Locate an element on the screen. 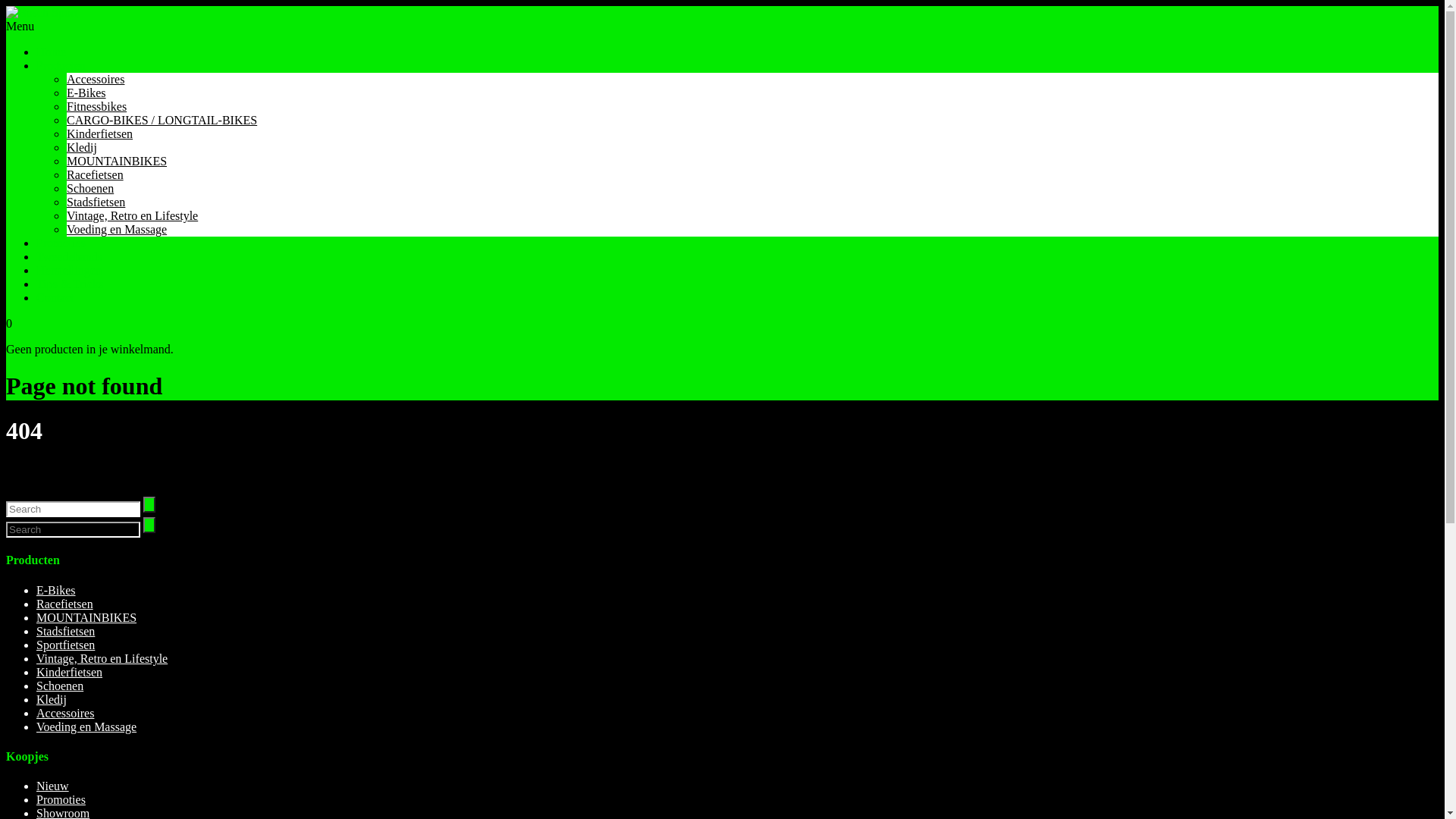 The height and width of the screenshot is (819, 1456). 'Schoenen' is located at coordinates (89, 187).